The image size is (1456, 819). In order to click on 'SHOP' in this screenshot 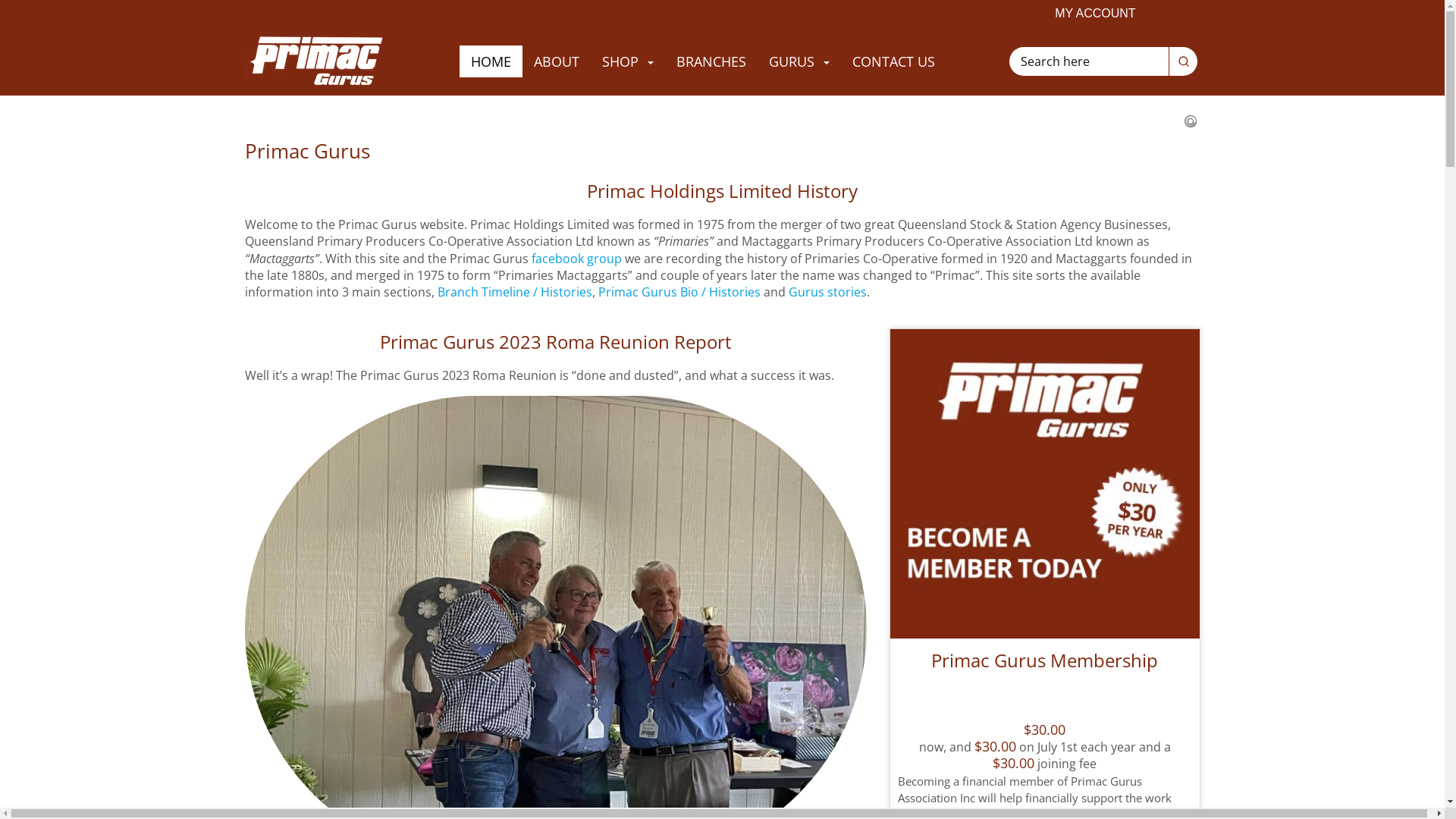, I will do `click(628, 61)`.